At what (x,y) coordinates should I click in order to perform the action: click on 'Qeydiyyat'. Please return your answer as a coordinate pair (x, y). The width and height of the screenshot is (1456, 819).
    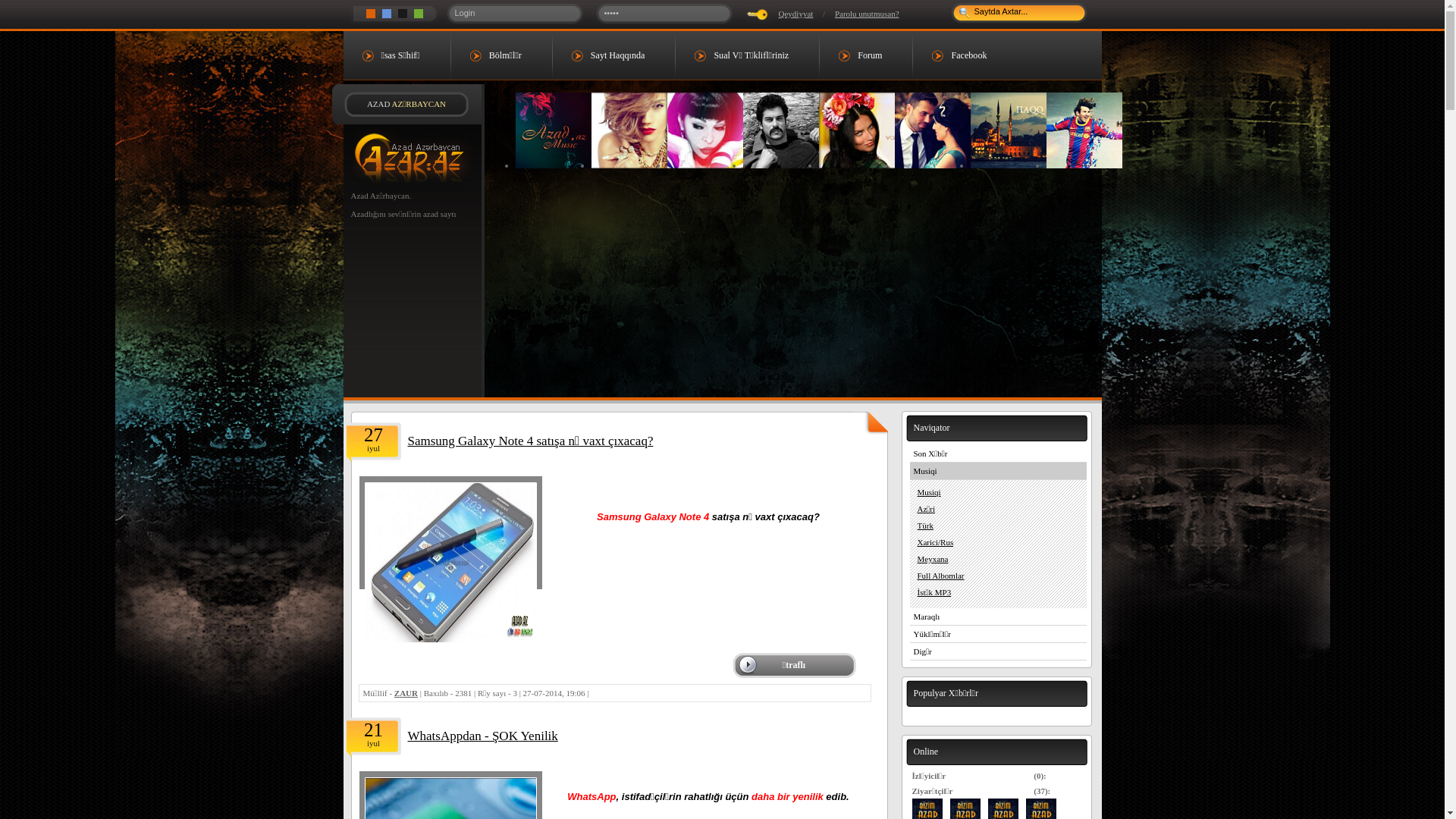
    Looking at the image, I should click on (795, 14).